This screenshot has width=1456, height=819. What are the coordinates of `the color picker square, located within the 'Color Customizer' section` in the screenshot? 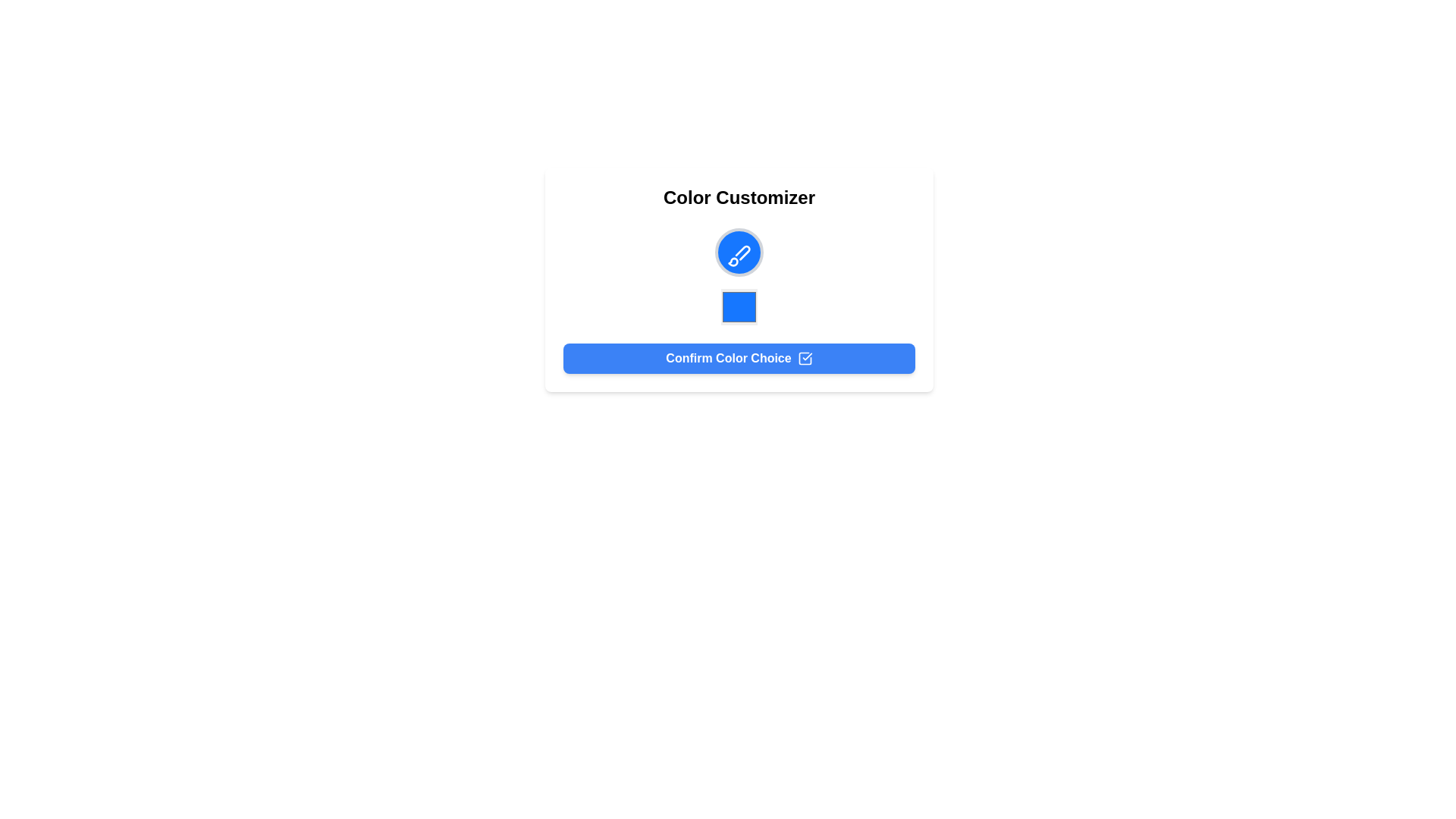 It's located at (739, 277).